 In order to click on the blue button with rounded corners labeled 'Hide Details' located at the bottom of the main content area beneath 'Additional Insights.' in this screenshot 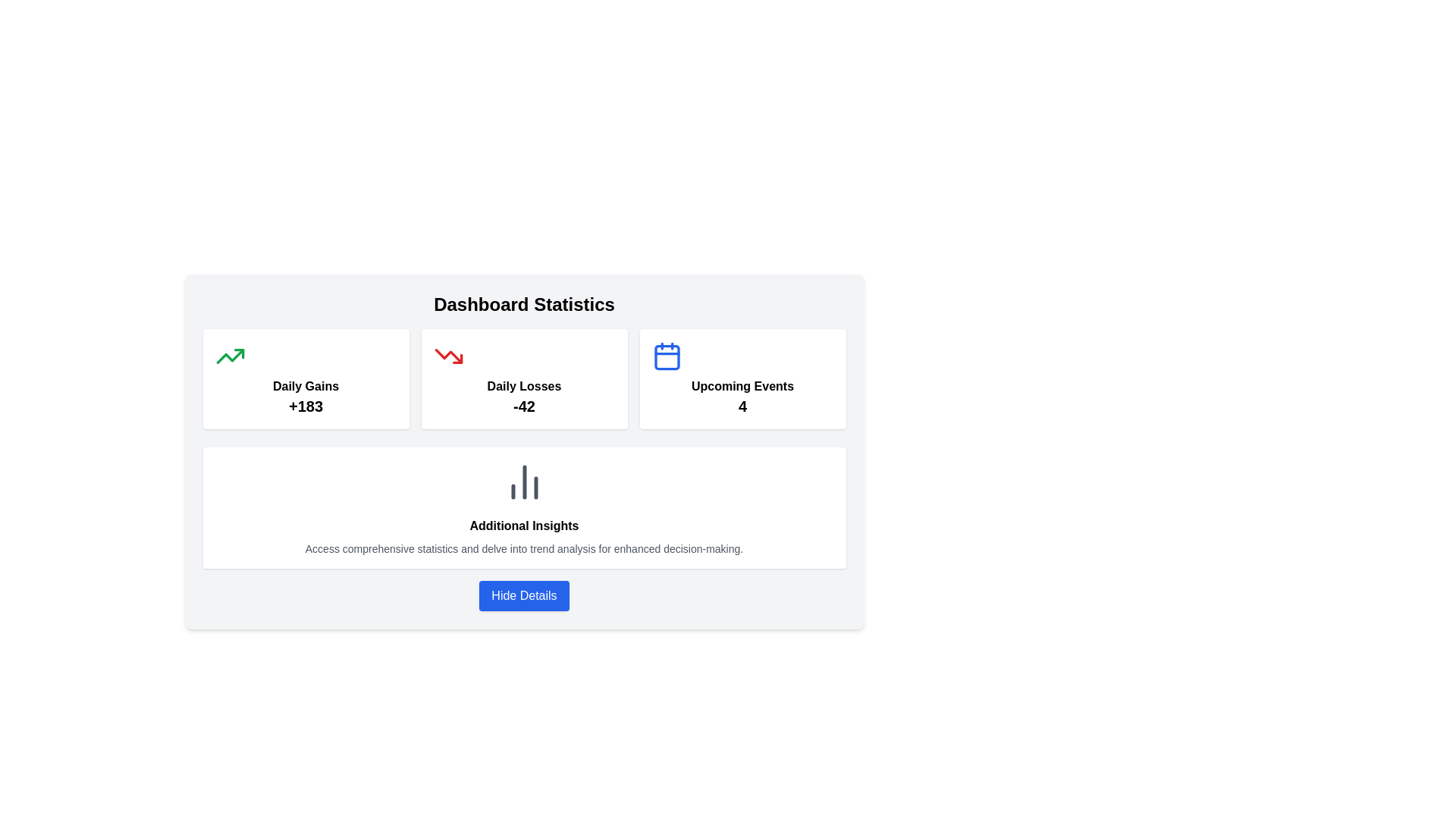, I will do `click(524, 595)`.